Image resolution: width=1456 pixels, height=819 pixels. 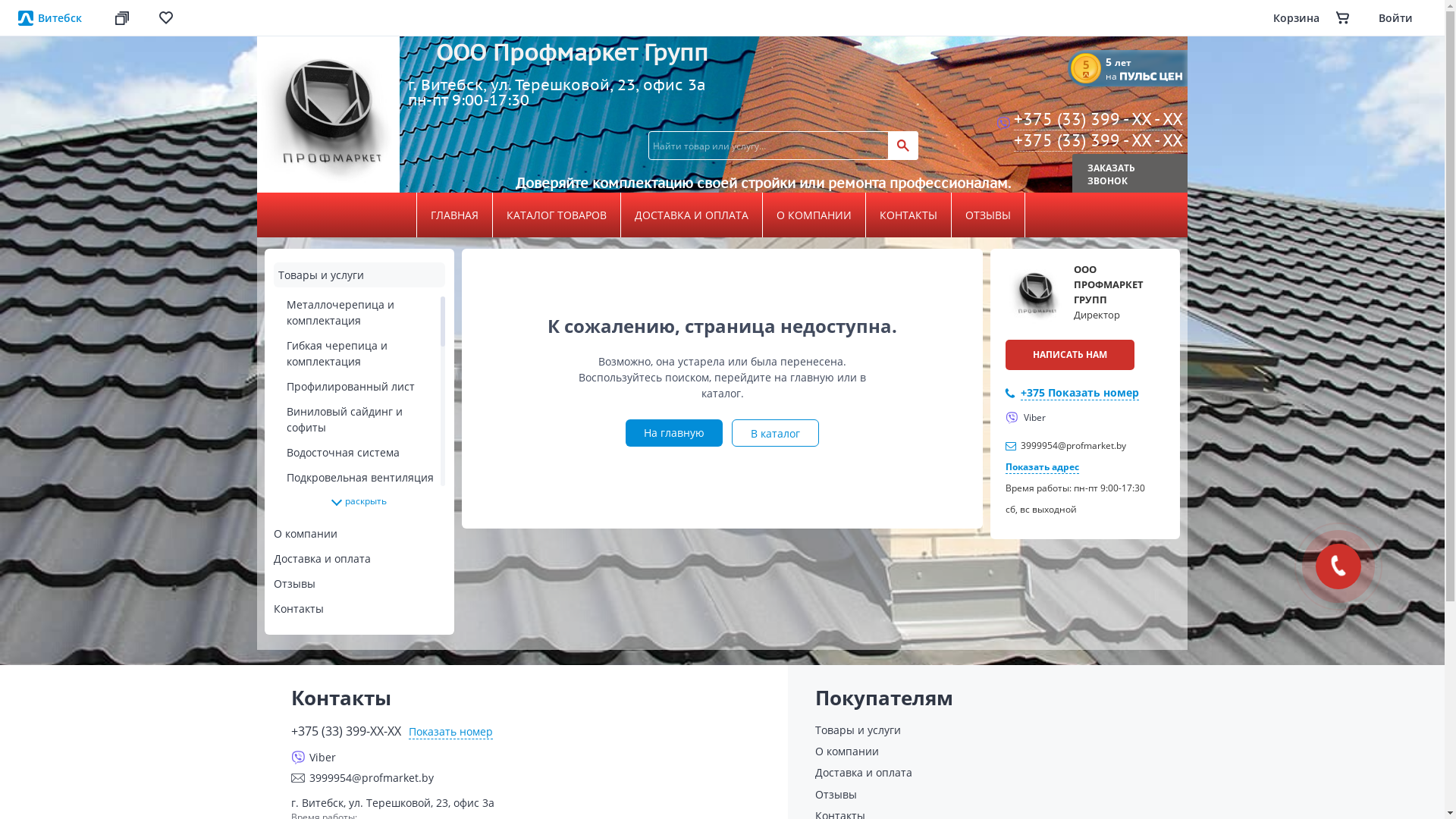 What do you see at coordinates (1025, 417) in the screenshot?
I see `'Viber'` at bounding box center [1025, 417].